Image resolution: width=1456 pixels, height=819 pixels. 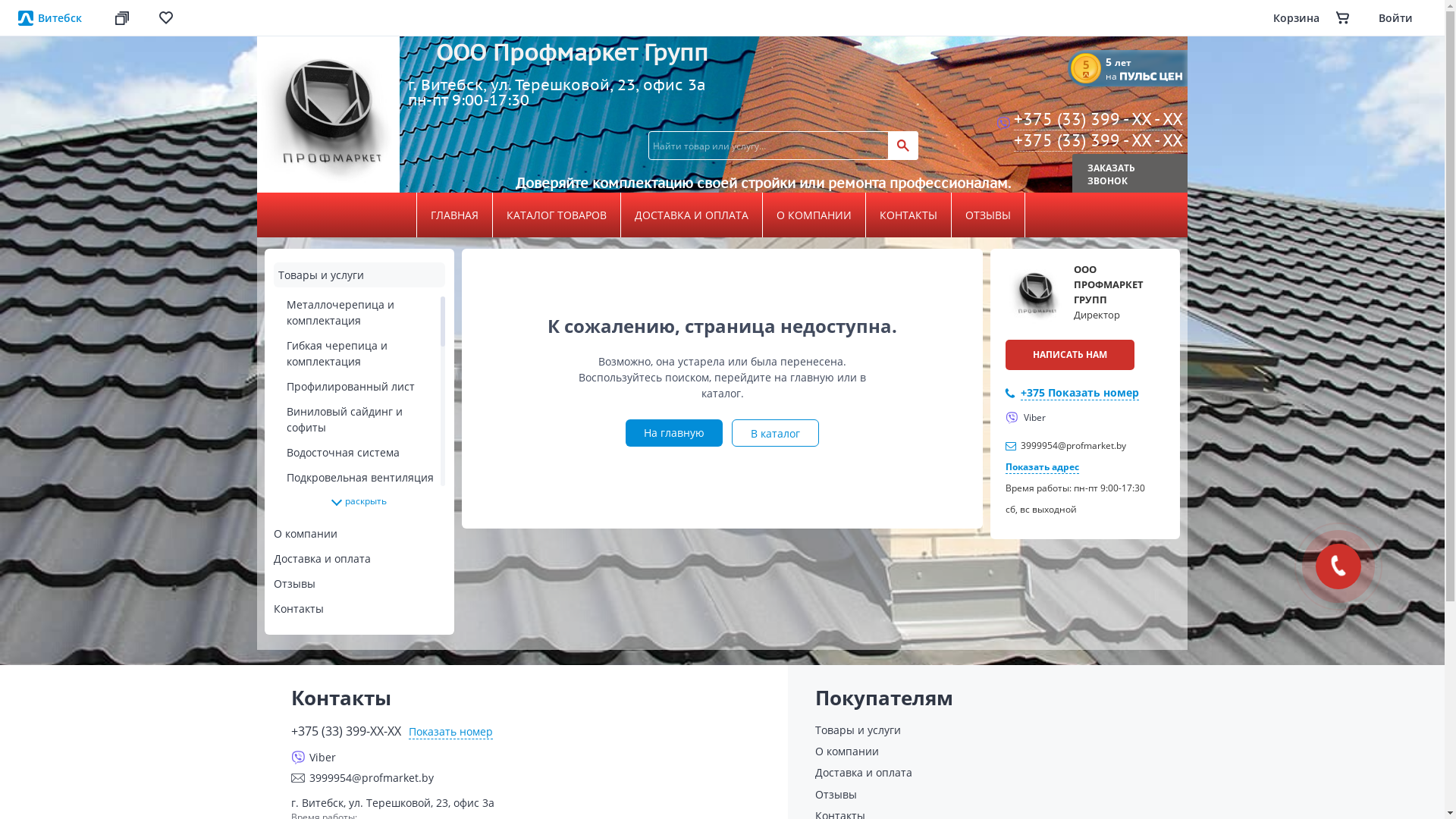 What do you see at coordinates (1025, 417) in the screenshot?
I see `'Viber'` at bounding box center [1025, 417].